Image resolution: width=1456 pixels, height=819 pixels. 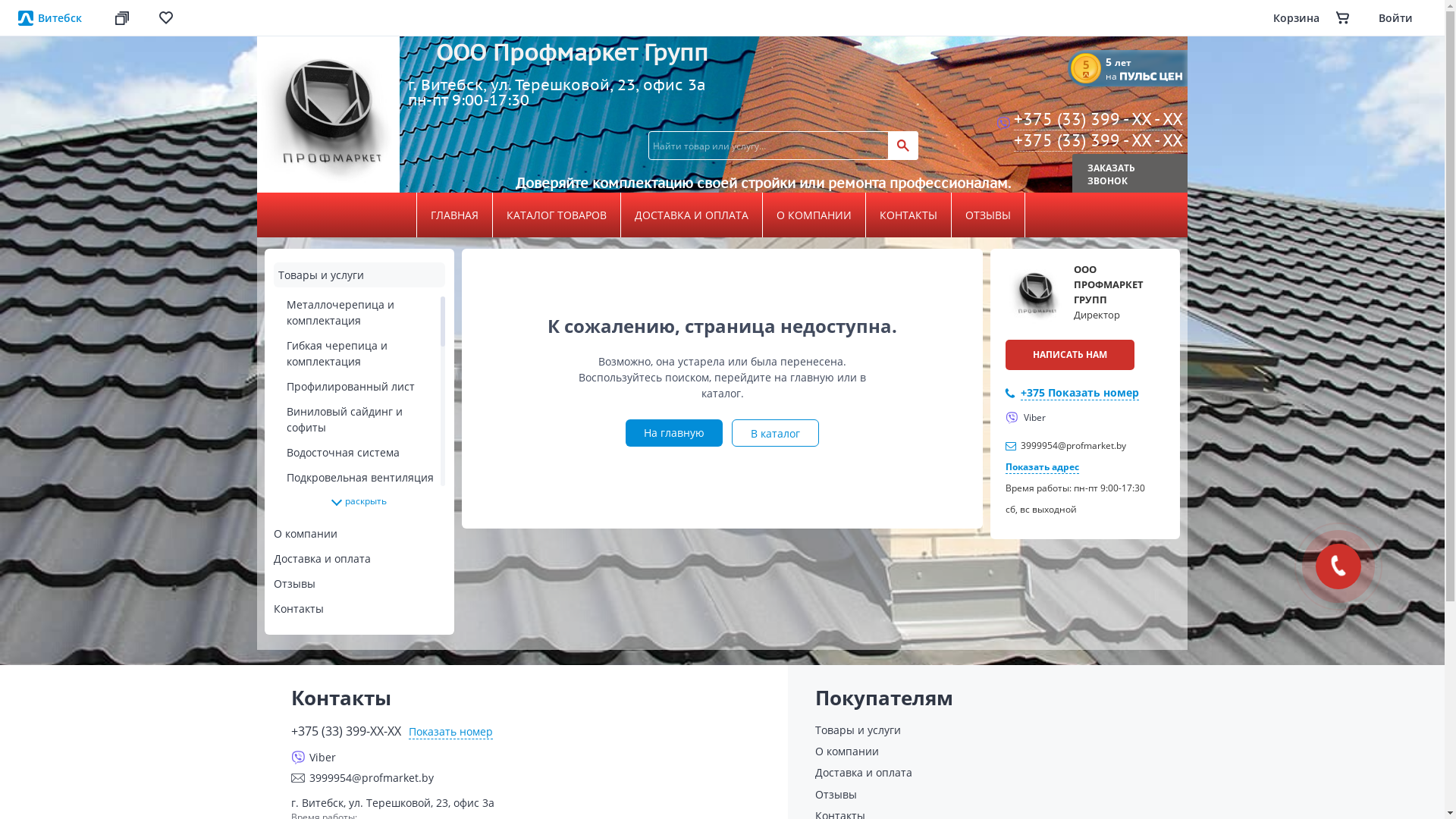 What do you see at coordinates (1025, 417) in the screenshot?
I see `'Viber'` at bounding box center [1025, 417].